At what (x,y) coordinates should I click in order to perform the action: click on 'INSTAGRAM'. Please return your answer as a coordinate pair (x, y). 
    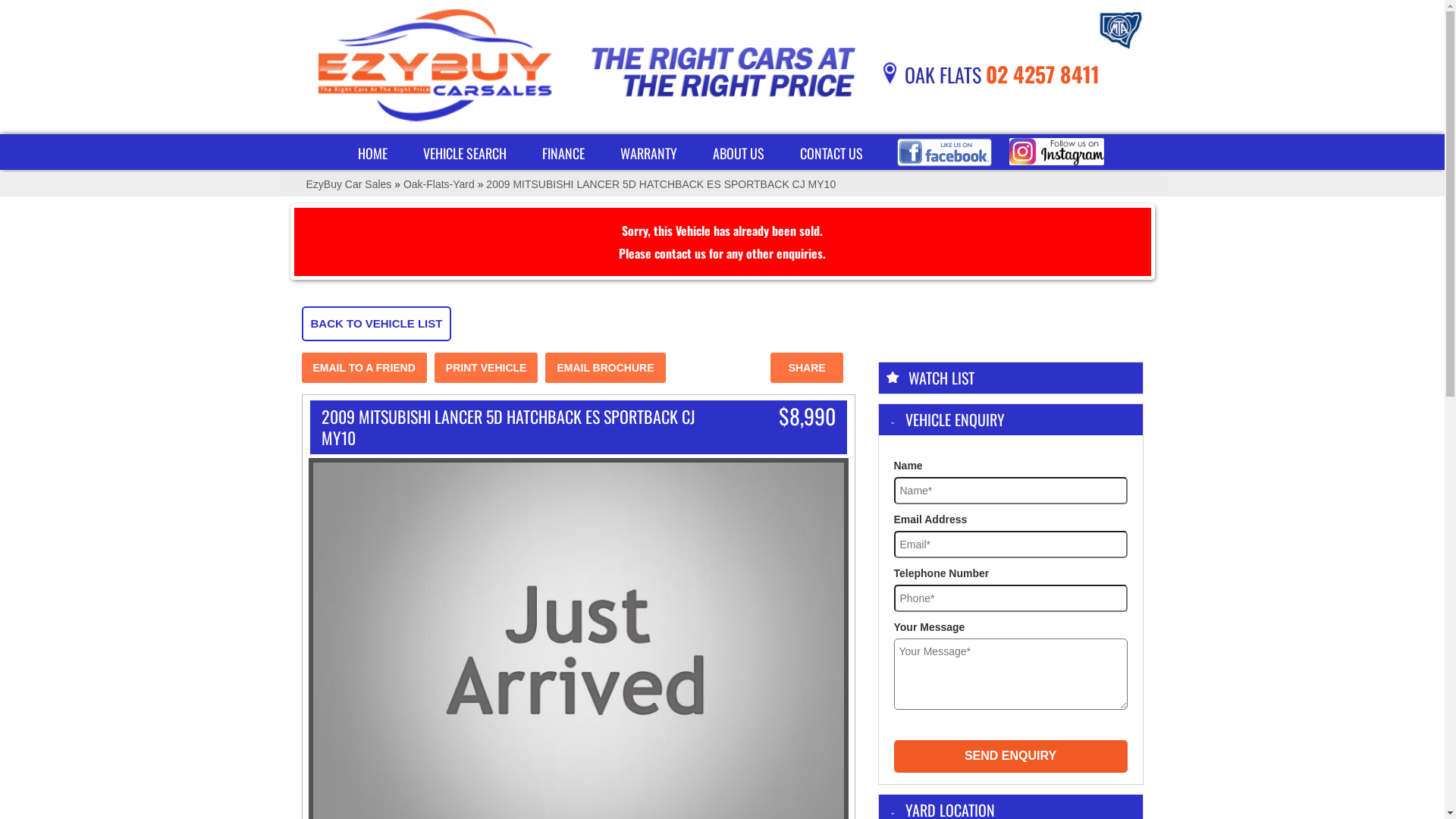
    Looking at the image, I should click on (1055, 152).